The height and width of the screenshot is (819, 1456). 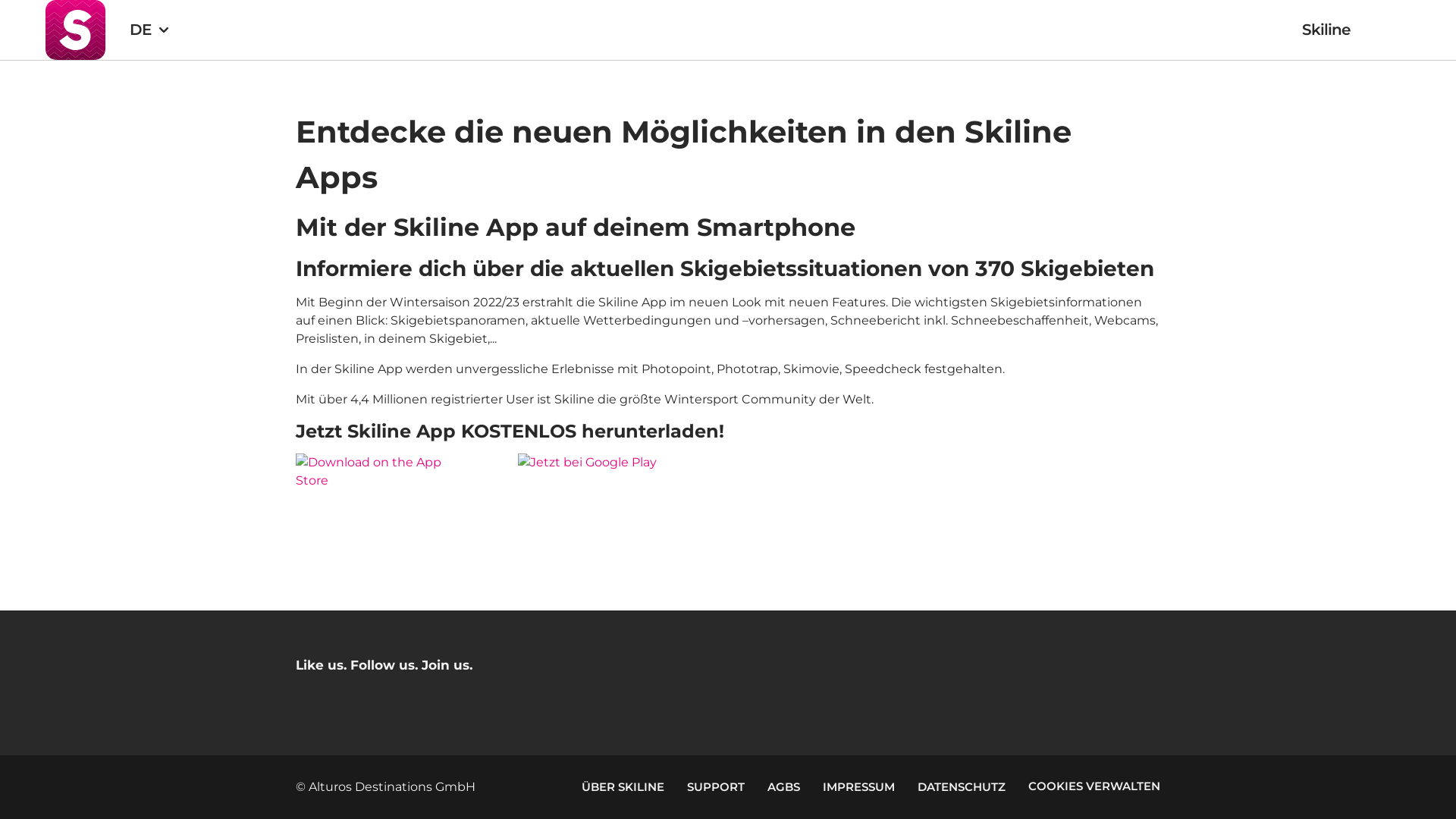 What do you see at coordinates (858, 786) in the screenshot?
I see `'IMPRESSUM'` at bounding box center [858, 786].